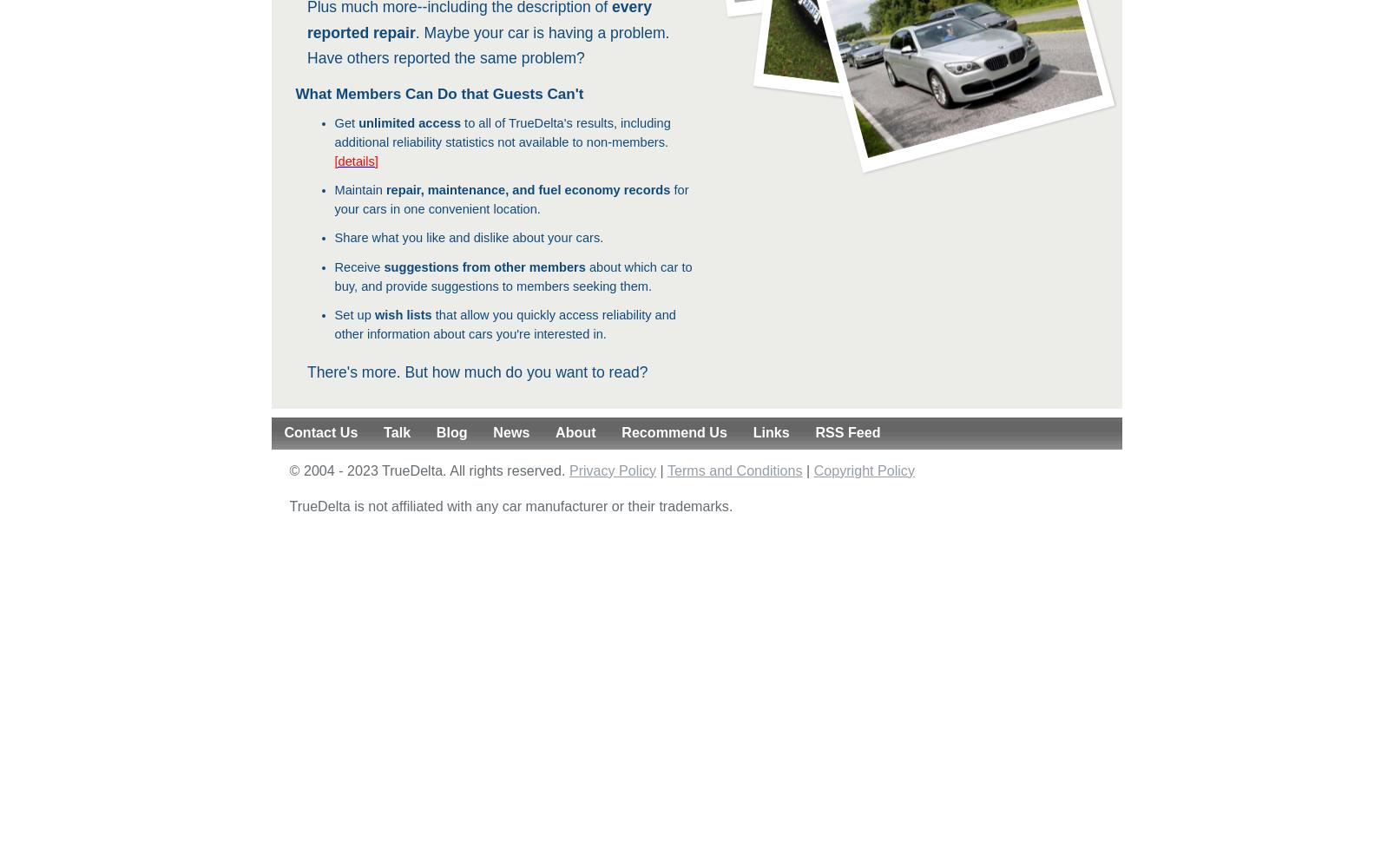  I want to click on 'What Members Can Do that Guests Can't', so click(438, 92).